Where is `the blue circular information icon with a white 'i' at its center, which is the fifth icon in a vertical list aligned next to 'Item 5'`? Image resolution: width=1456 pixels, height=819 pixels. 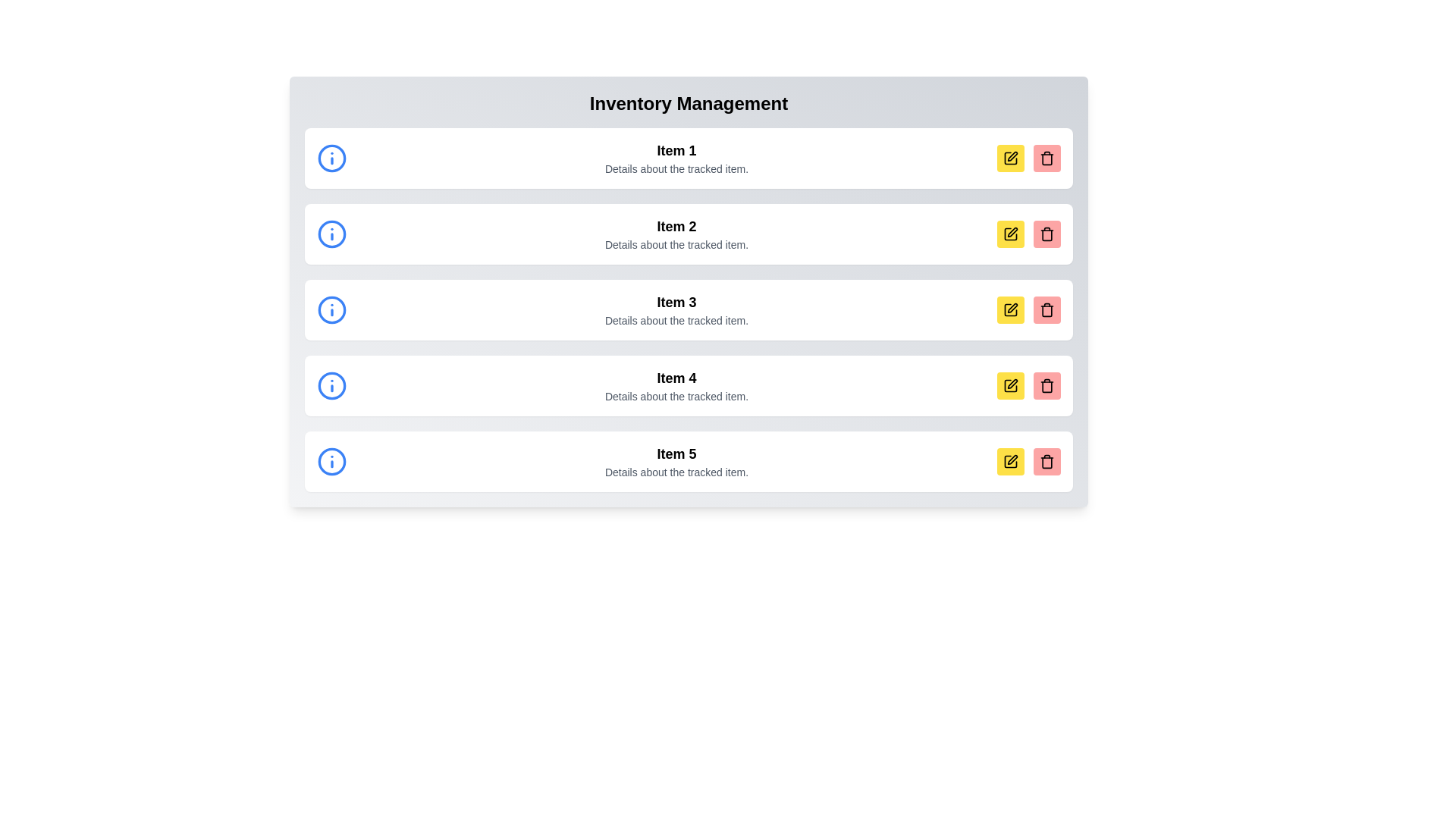 the blue circular information icon with a white 'i' at its center, which is the fifth icon in a vertical list aligned next to 'Item 5' is located at coordinates (331, 461).